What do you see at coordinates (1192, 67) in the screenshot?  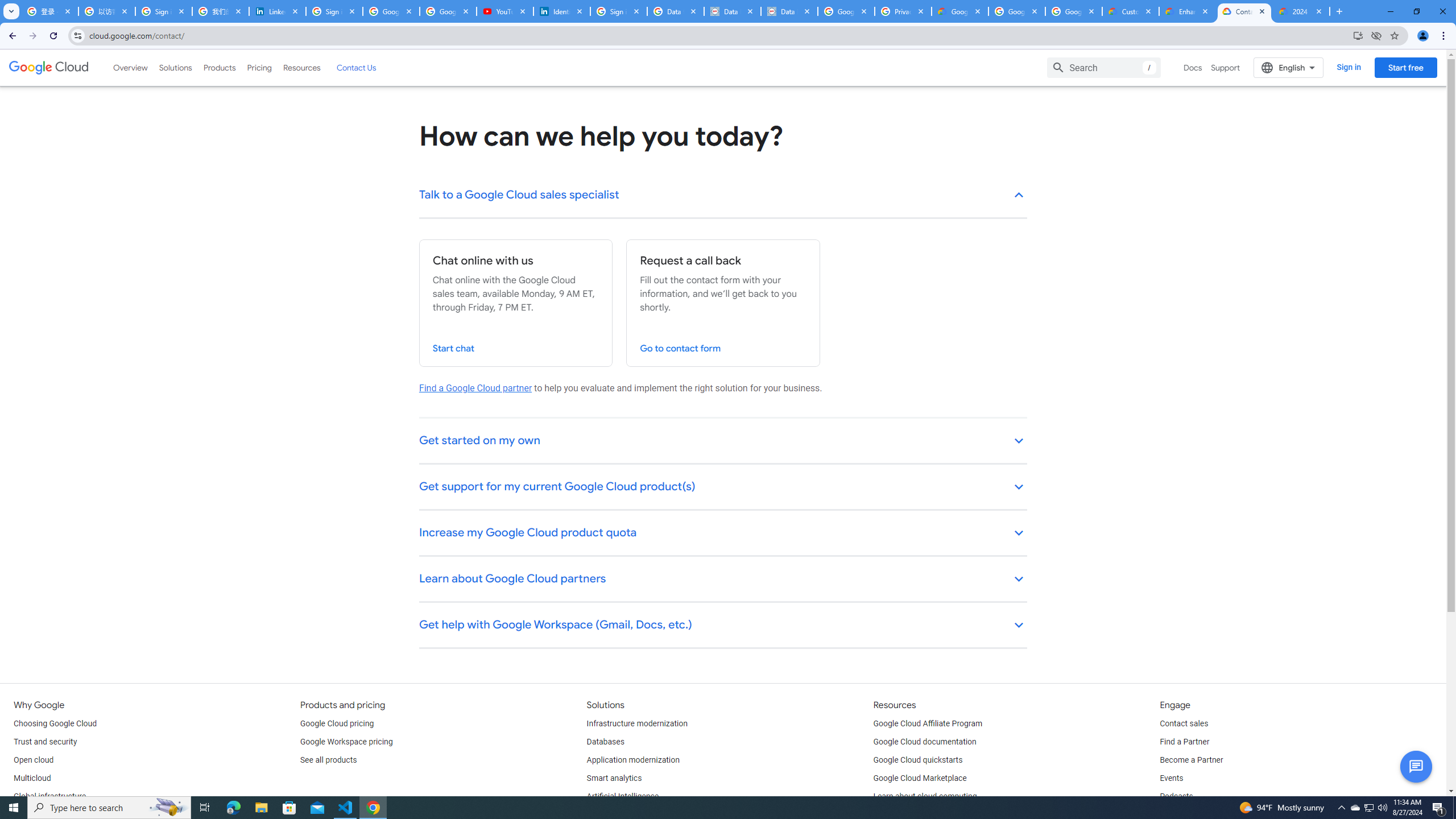 I see `'Docs'` at bounding box center [1192, 67].